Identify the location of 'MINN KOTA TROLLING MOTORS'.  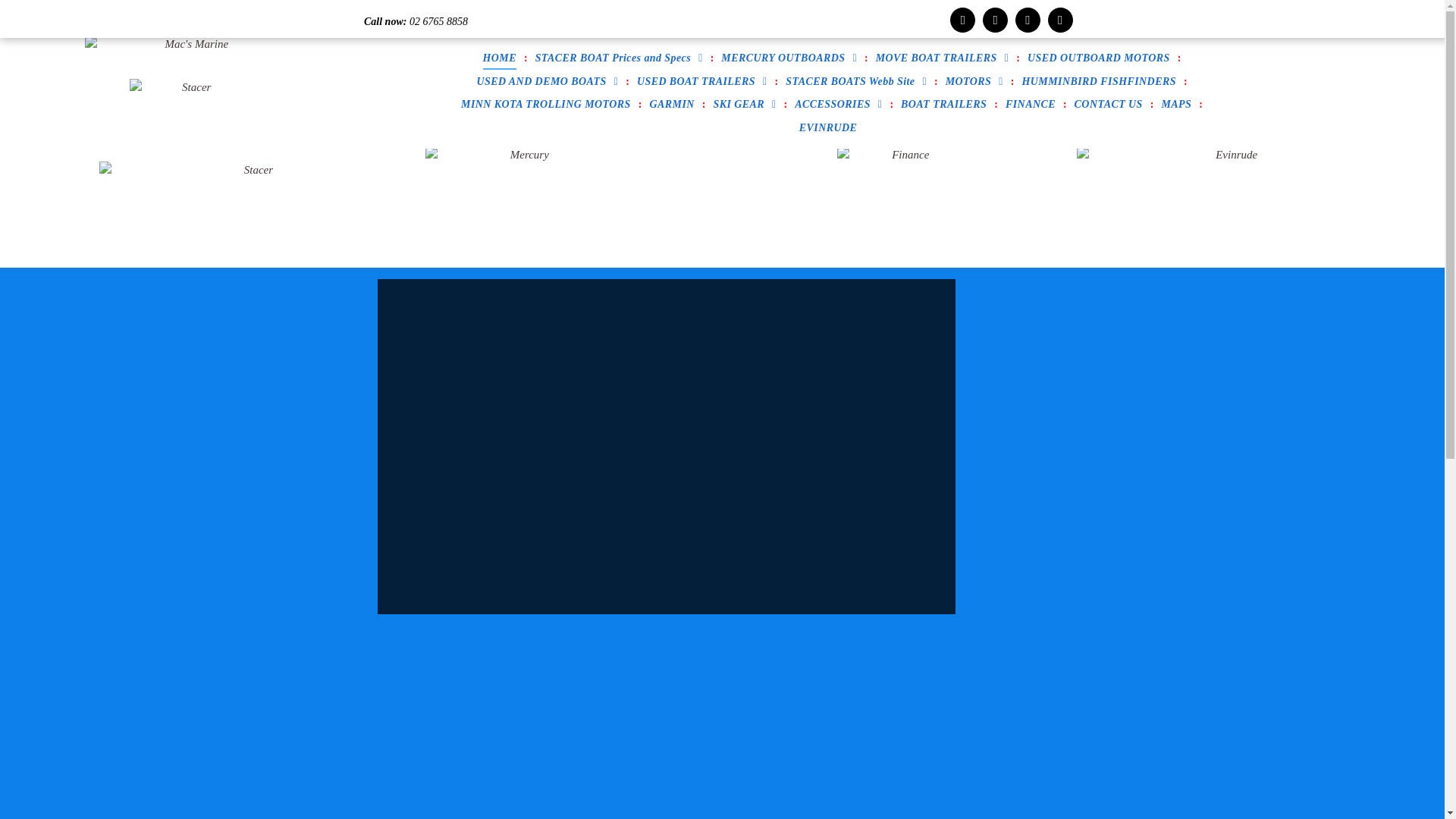
(546, 104).